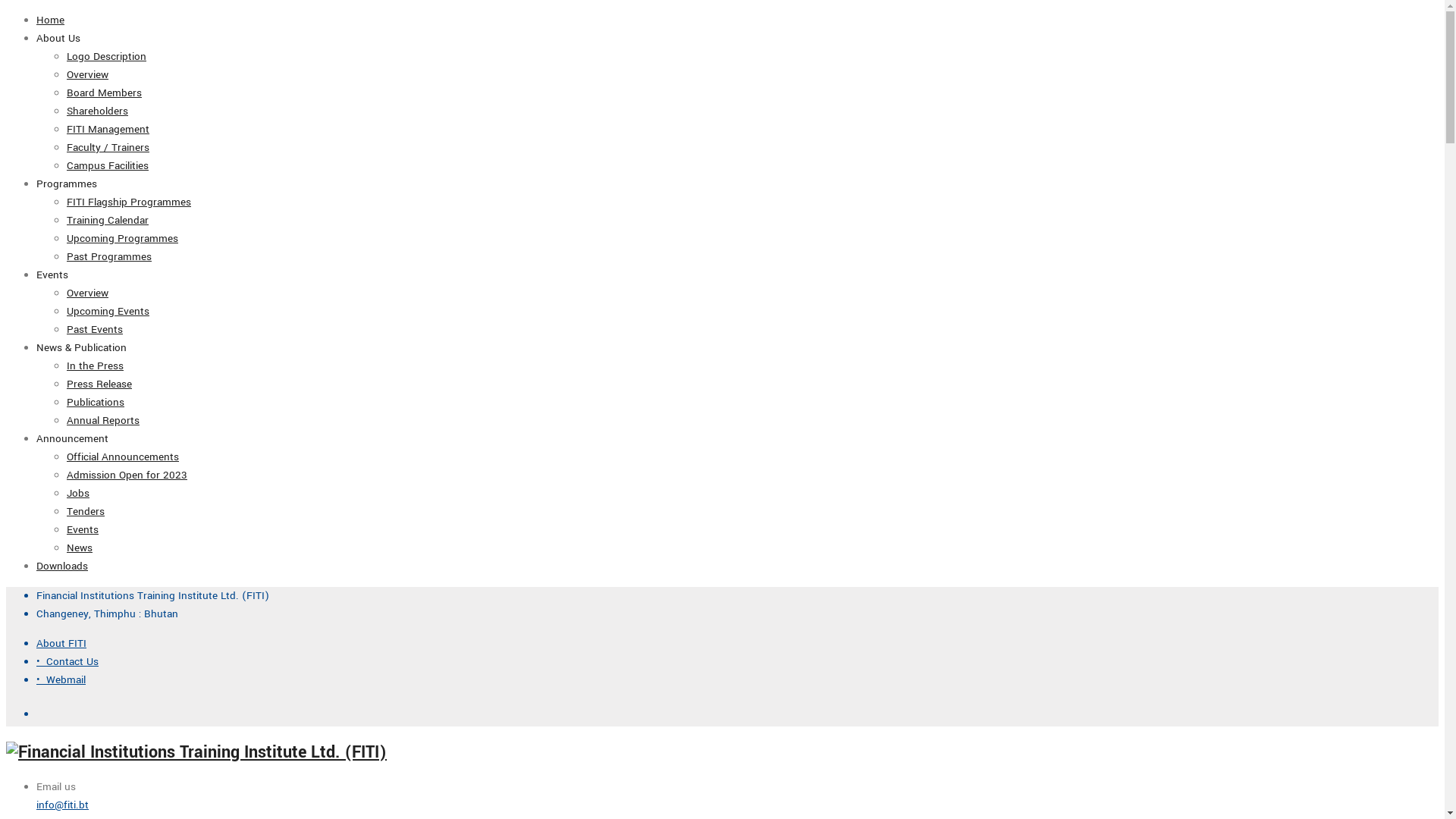 Image resolution: width=1456 pixels, height=819 pixels. What do you see at coordinates (36, 20) in the screenshot?
I see `'Home'` at bounding box center [36, 20].